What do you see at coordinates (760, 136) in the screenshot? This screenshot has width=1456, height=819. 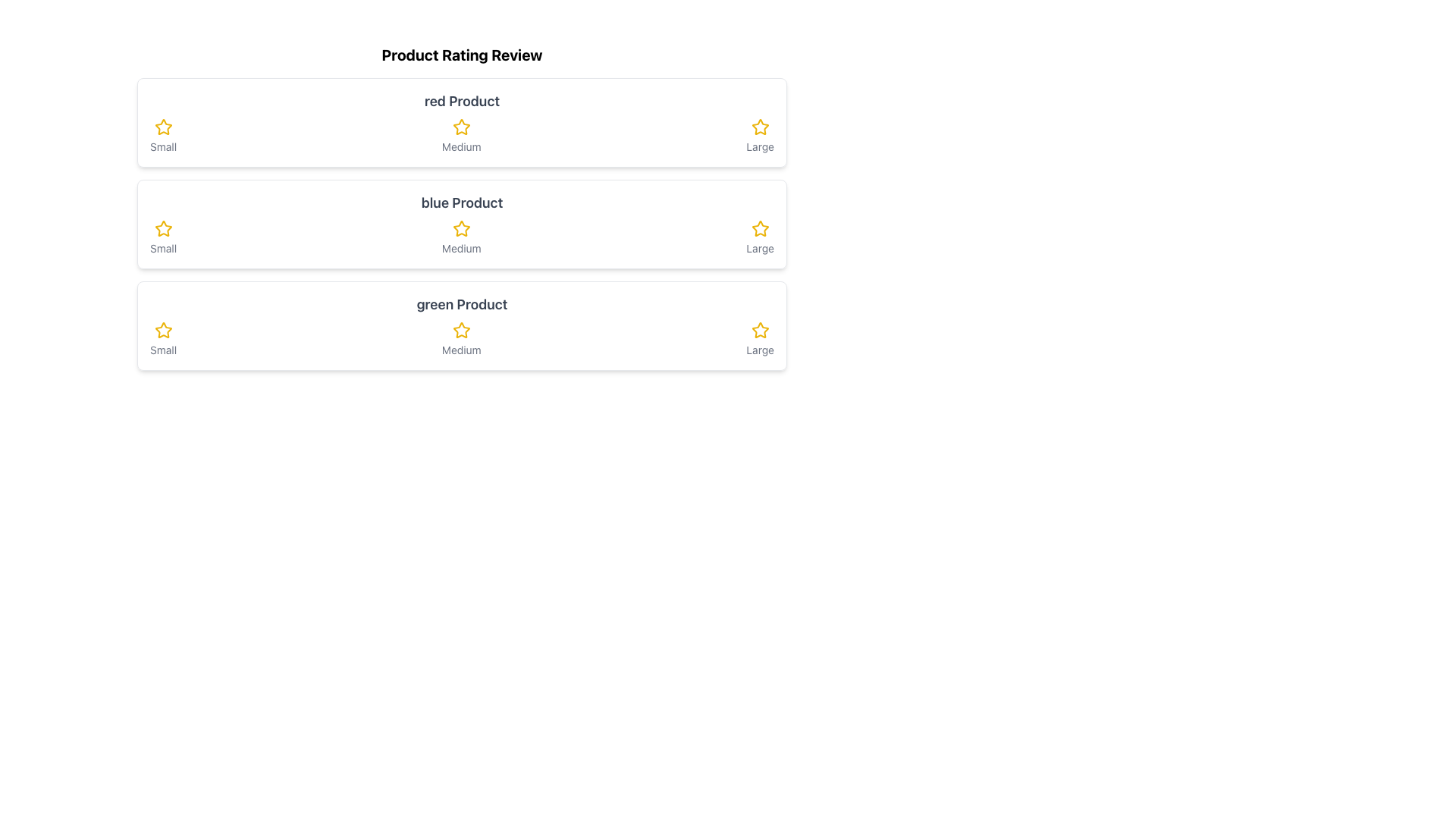 I see `the composite UI element consisting of a yellow star icon and the text label 'Large'` at bounding box center [760, 136].